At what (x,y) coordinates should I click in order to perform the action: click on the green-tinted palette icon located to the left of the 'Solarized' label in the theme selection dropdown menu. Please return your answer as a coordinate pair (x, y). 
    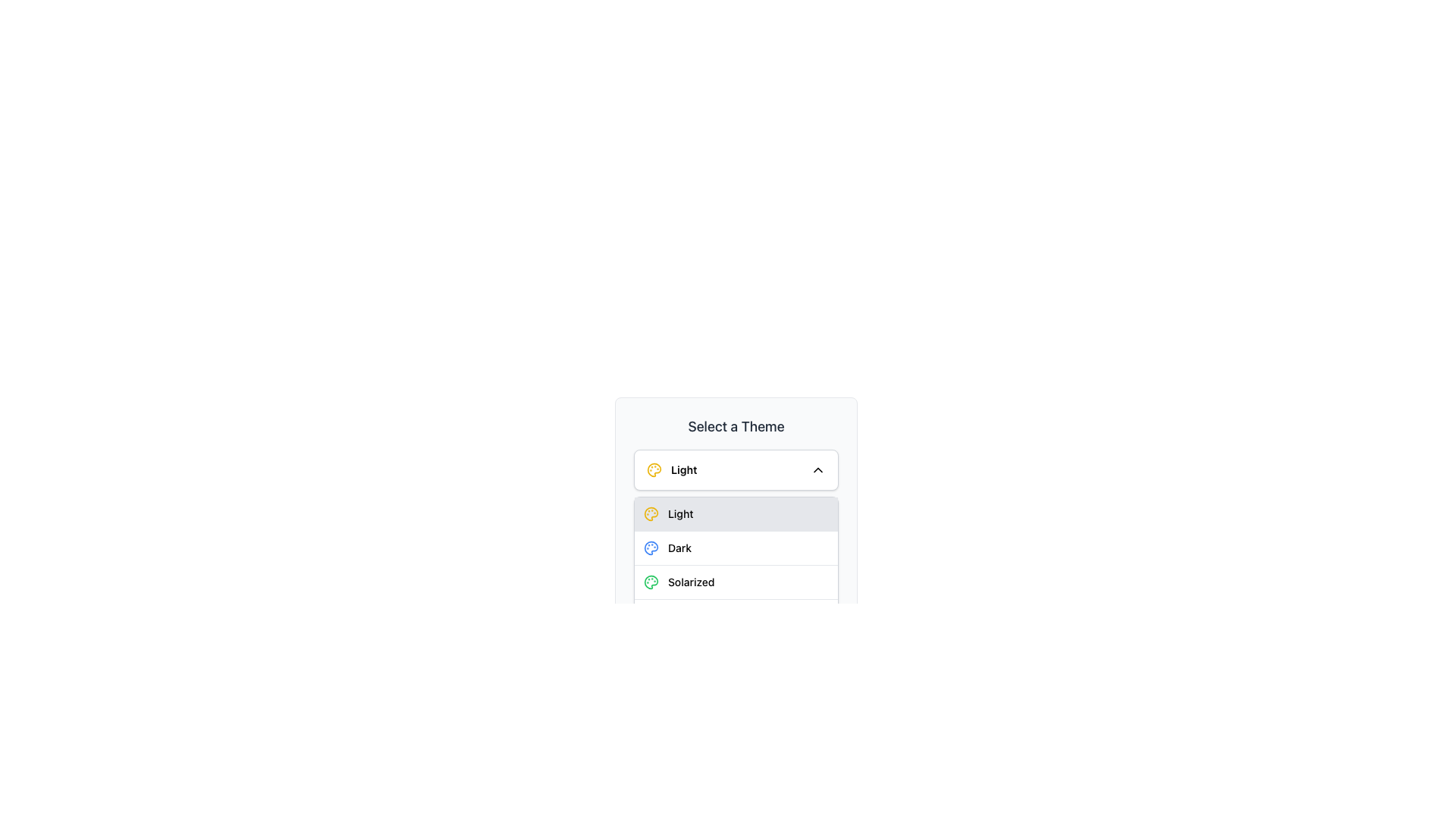
    Looking at the image, I should click on (651, 581).